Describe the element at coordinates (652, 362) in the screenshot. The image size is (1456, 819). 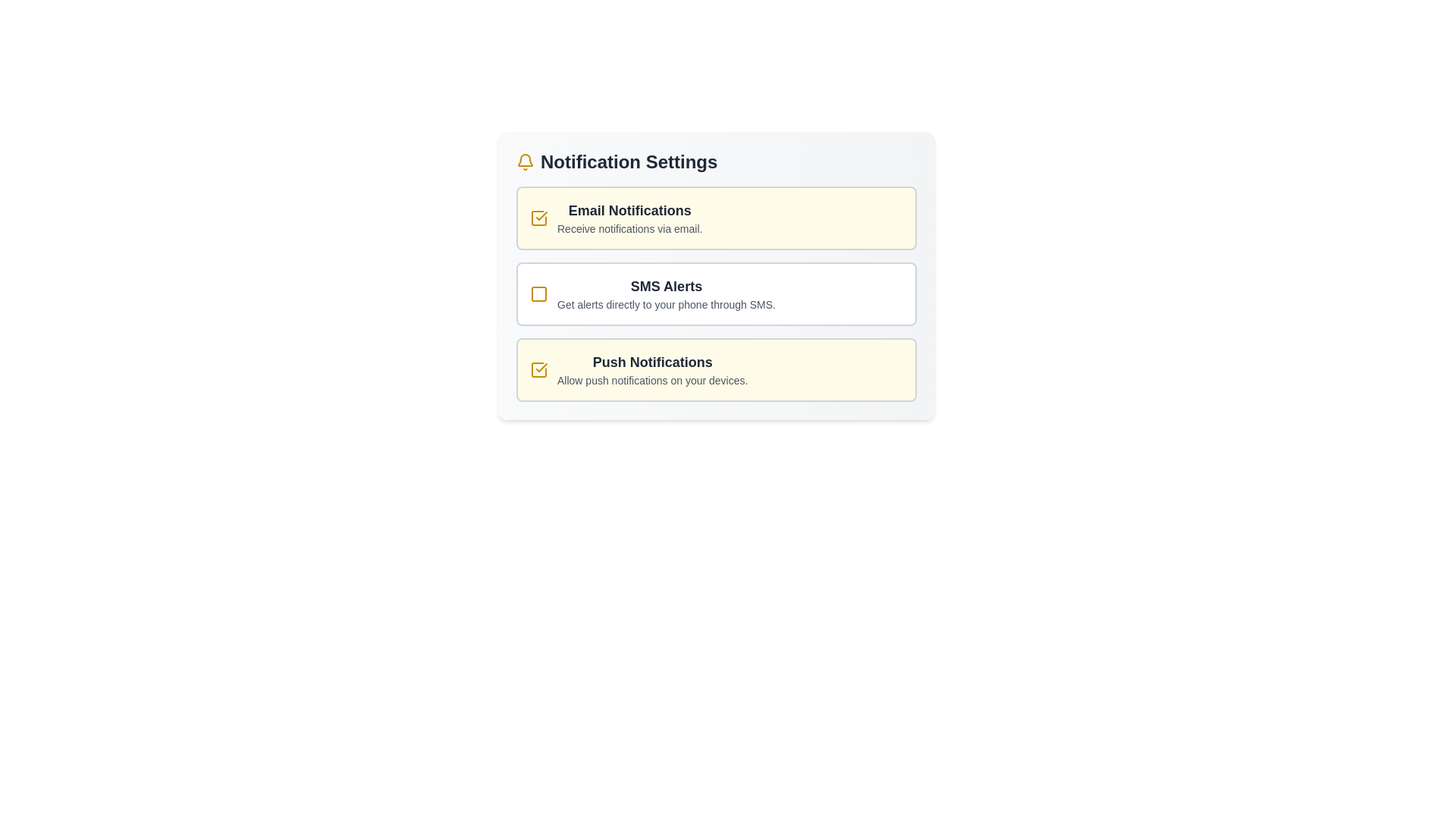
I see `the text label displaying 'Push Notifications' in bold dark gray within a light yellow section, located in the notification settings list` at that location.